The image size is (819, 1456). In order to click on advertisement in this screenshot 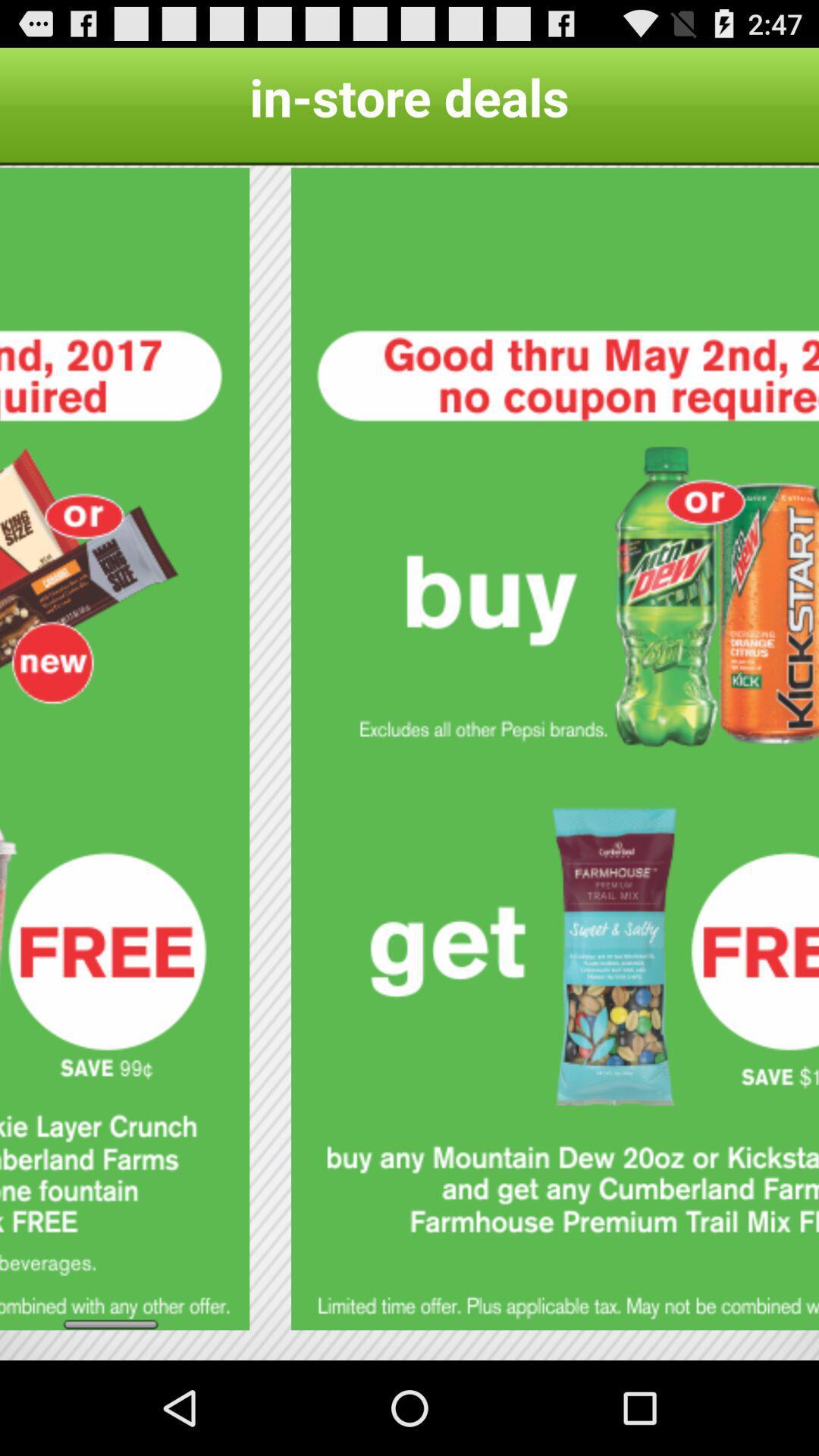, I will do `click(124, 748)`.